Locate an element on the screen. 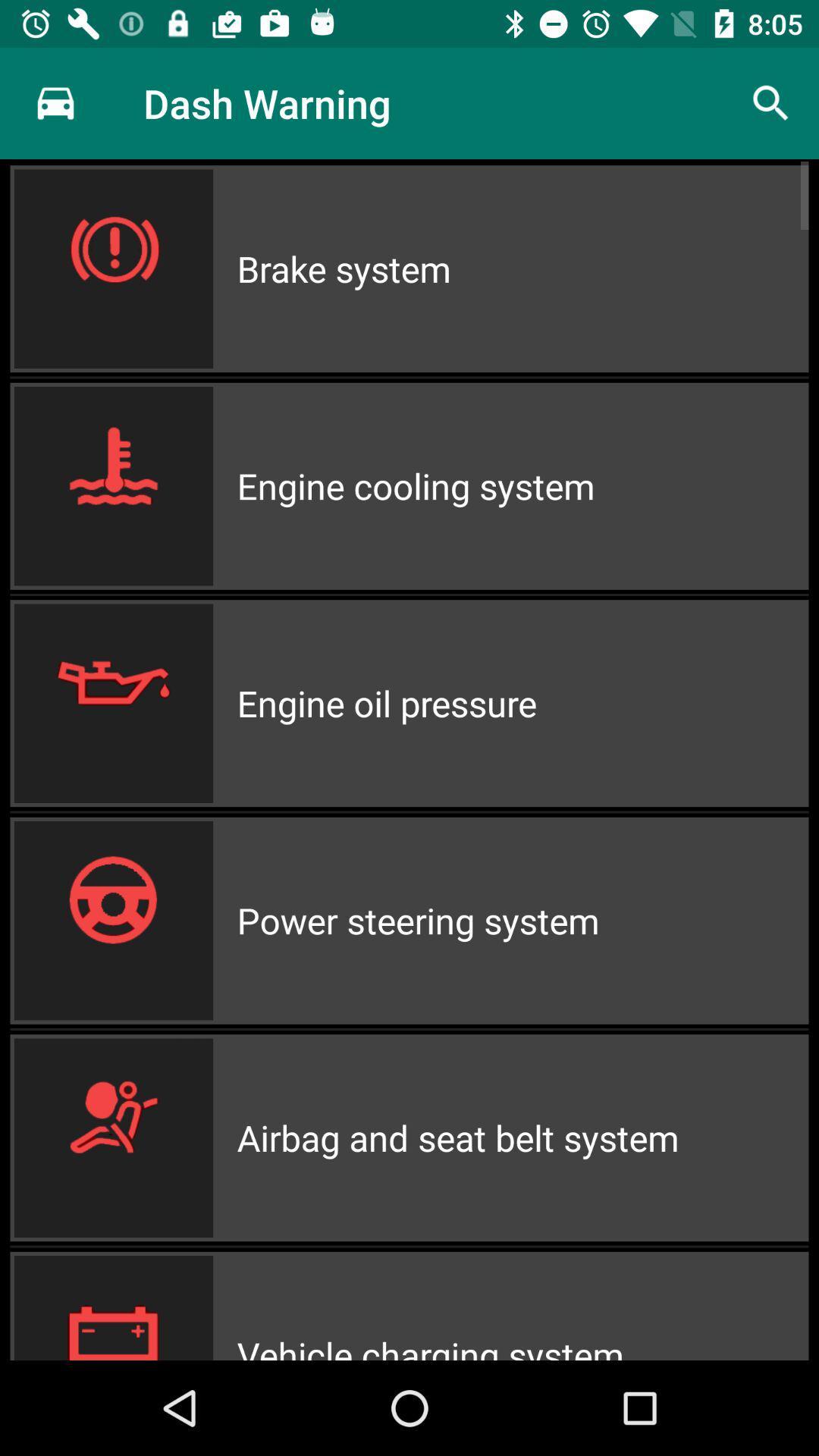 The width and height of the screenshot is (819, 1456). the engine cooling system item is located at coordinates (522, 486).